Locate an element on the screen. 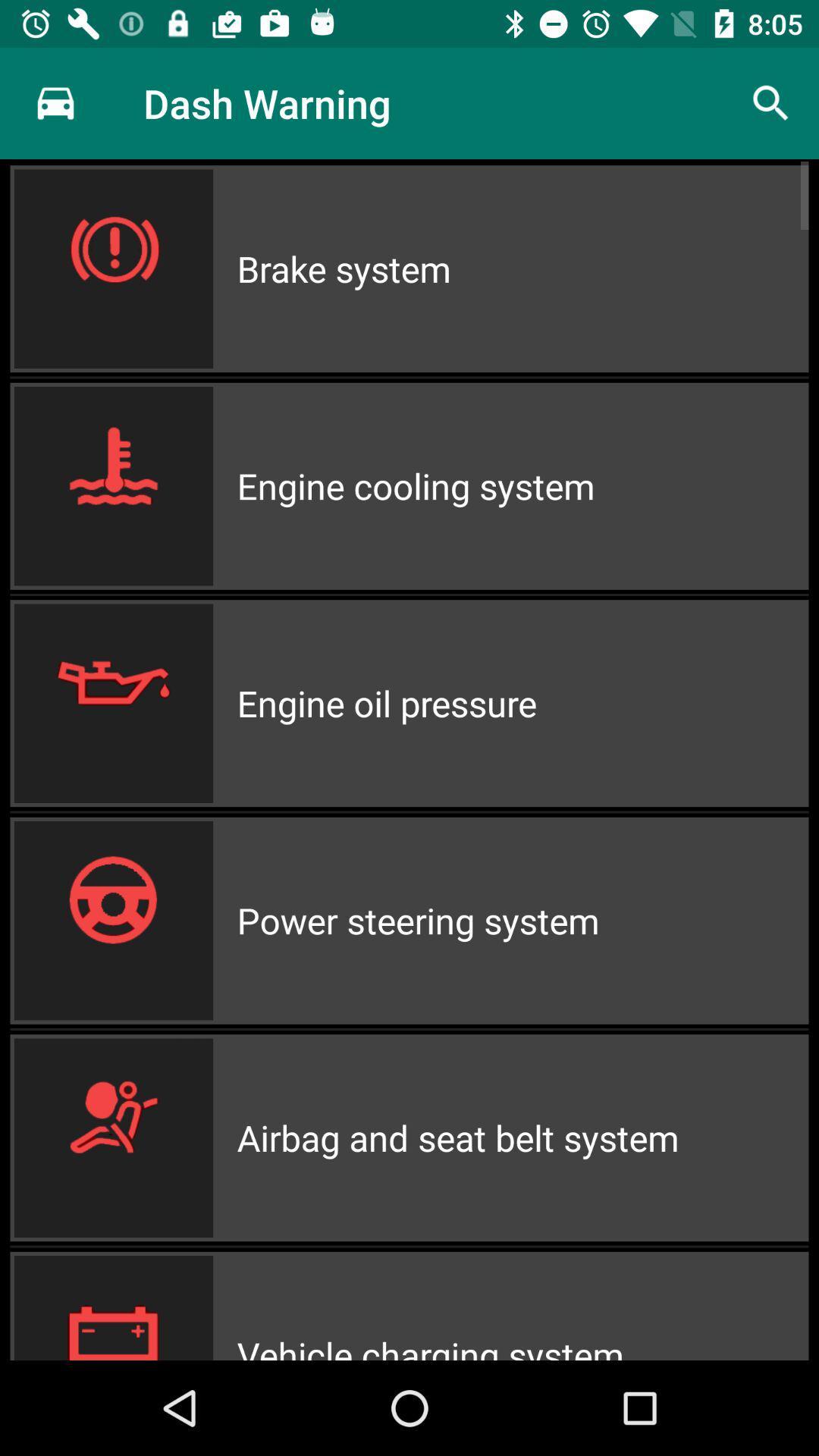 The width and height of the screenshot is (819, 1456). the engine cooling system item is located at coordinates (522, 486).